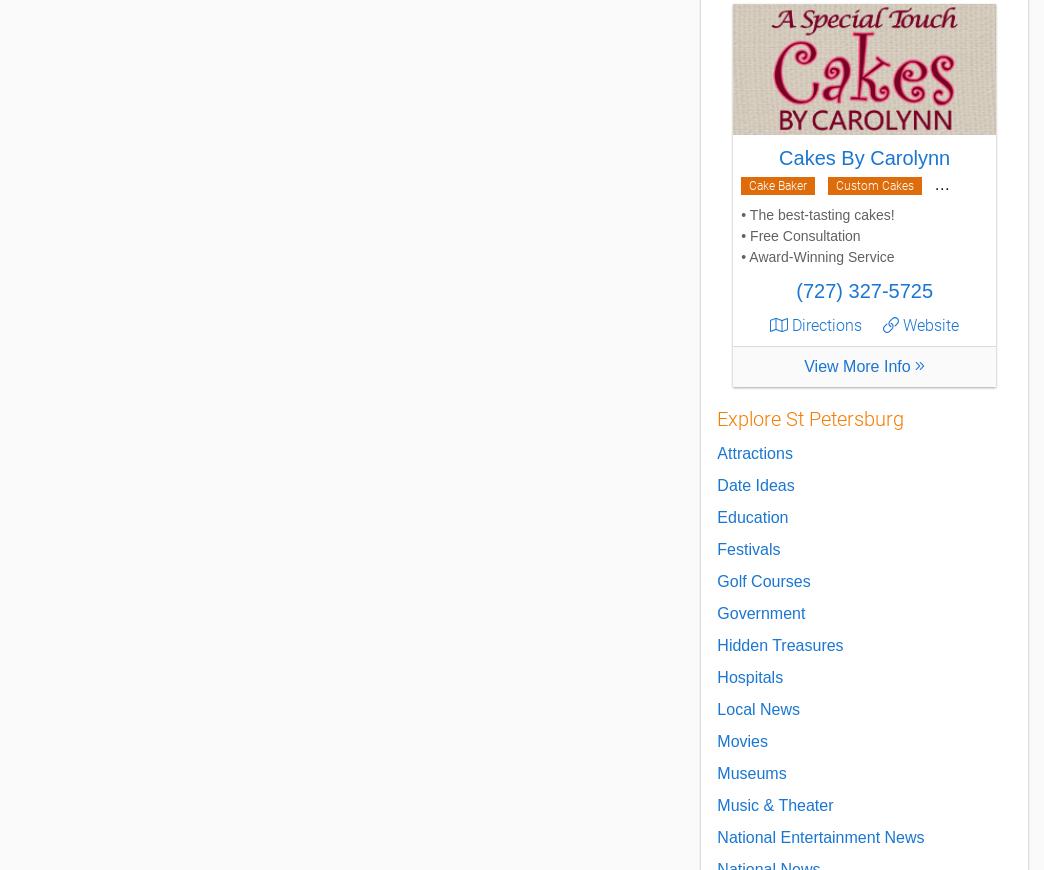 Image resolution: width=1044 pixels, height=870 pixels. Describe the element at coordinates (748, 548) in the screenshot. I see `'Festivals'` at that location.